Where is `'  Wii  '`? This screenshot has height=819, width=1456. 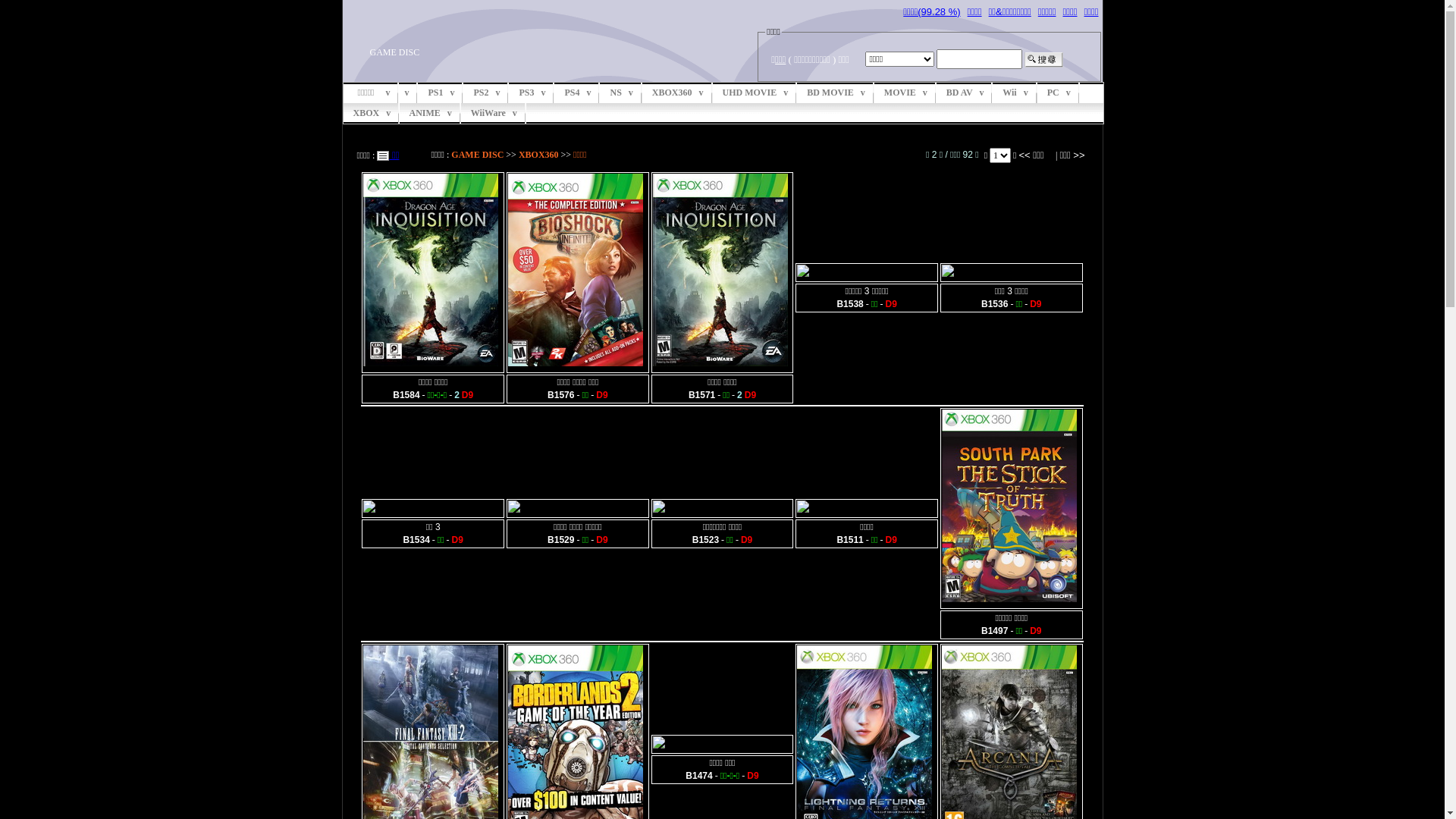
'  Wii  ' is located at coordinates (1015, 93).